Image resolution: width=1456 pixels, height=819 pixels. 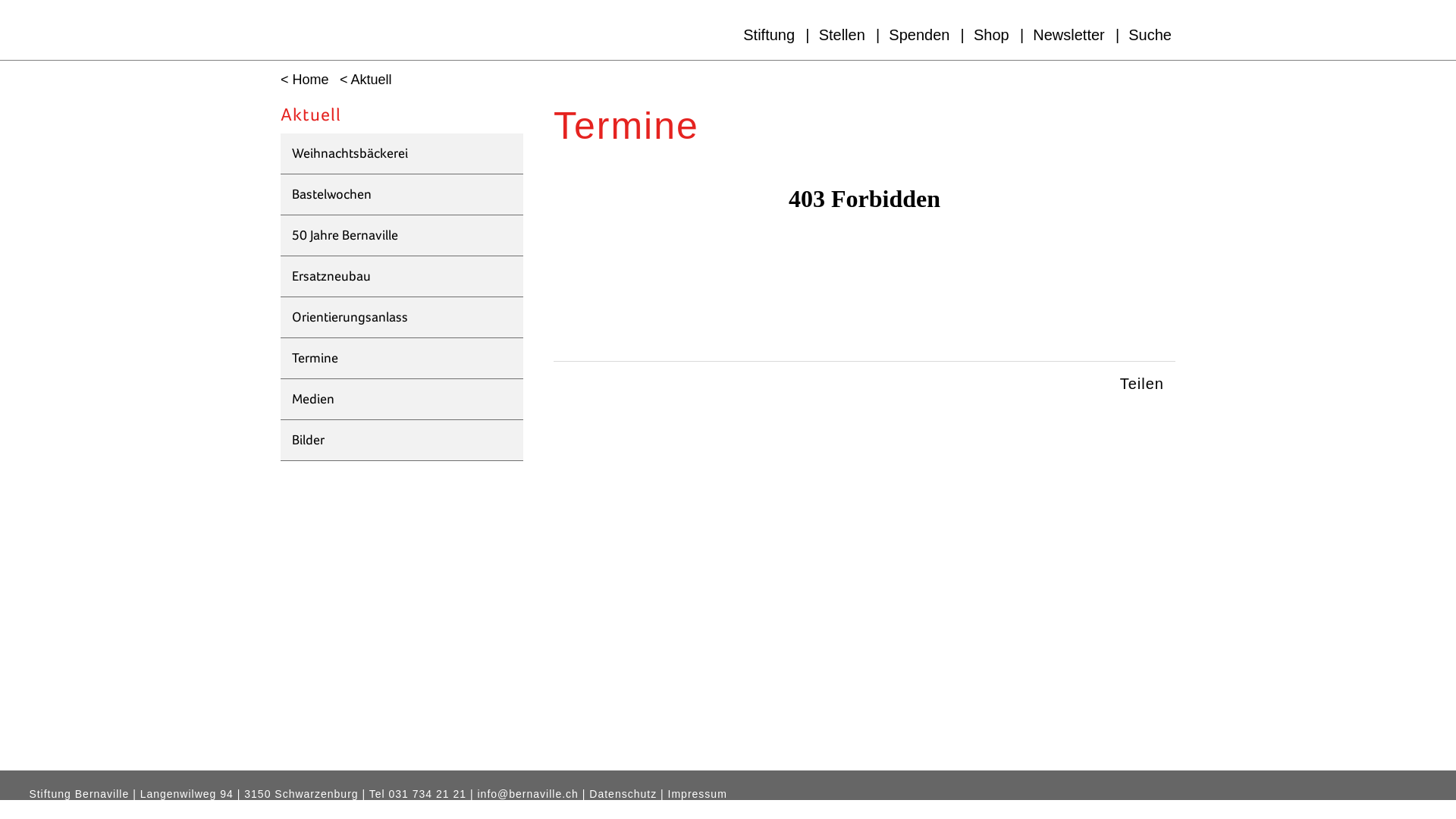 I want to click on 'Bilder', so click(x=401, y=441).